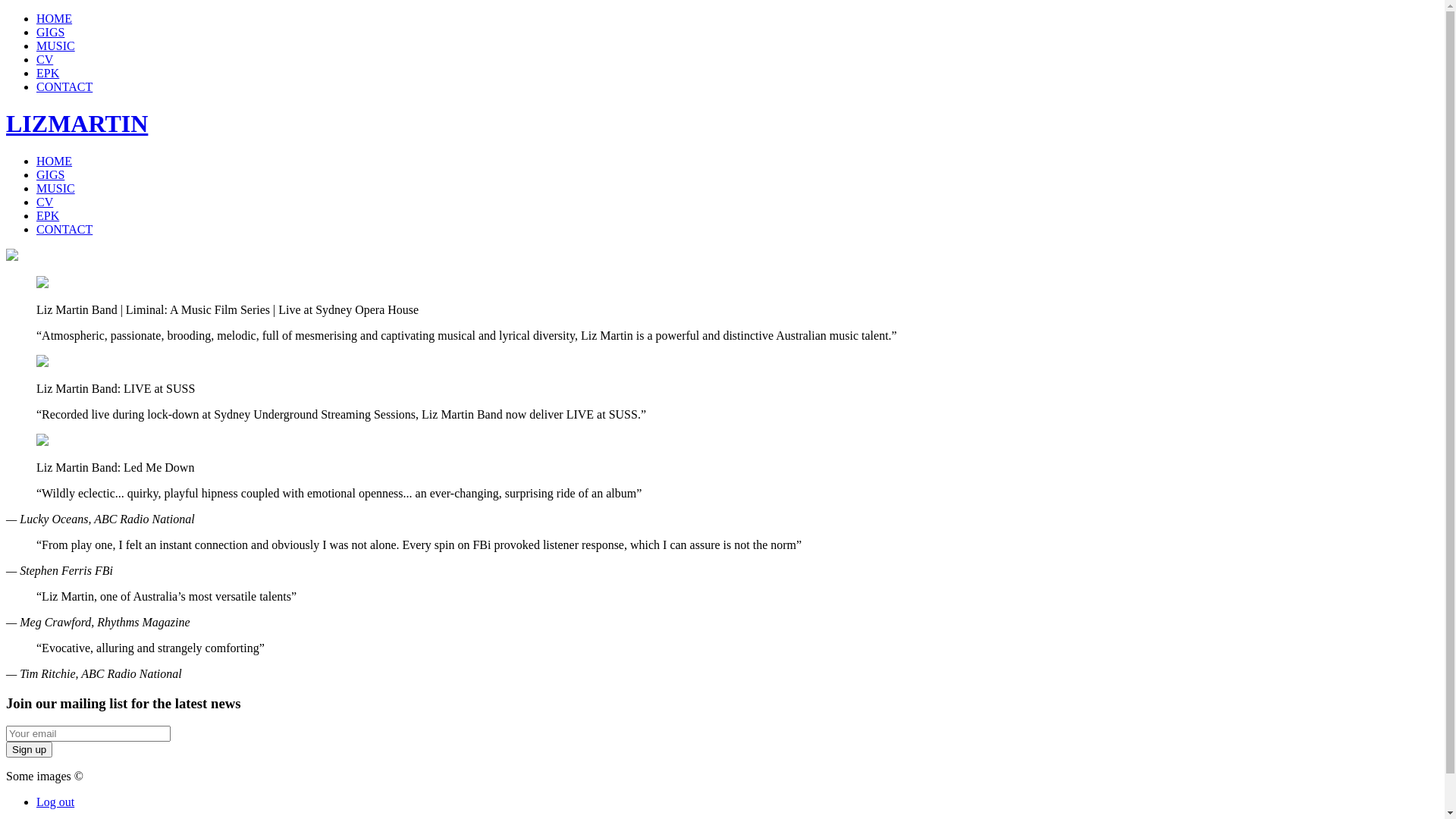 The width and height of the screenshot is (1456, 819). Describe the element at coordinates (44, 201) in the screenshot. I see `'CV'` at that location.